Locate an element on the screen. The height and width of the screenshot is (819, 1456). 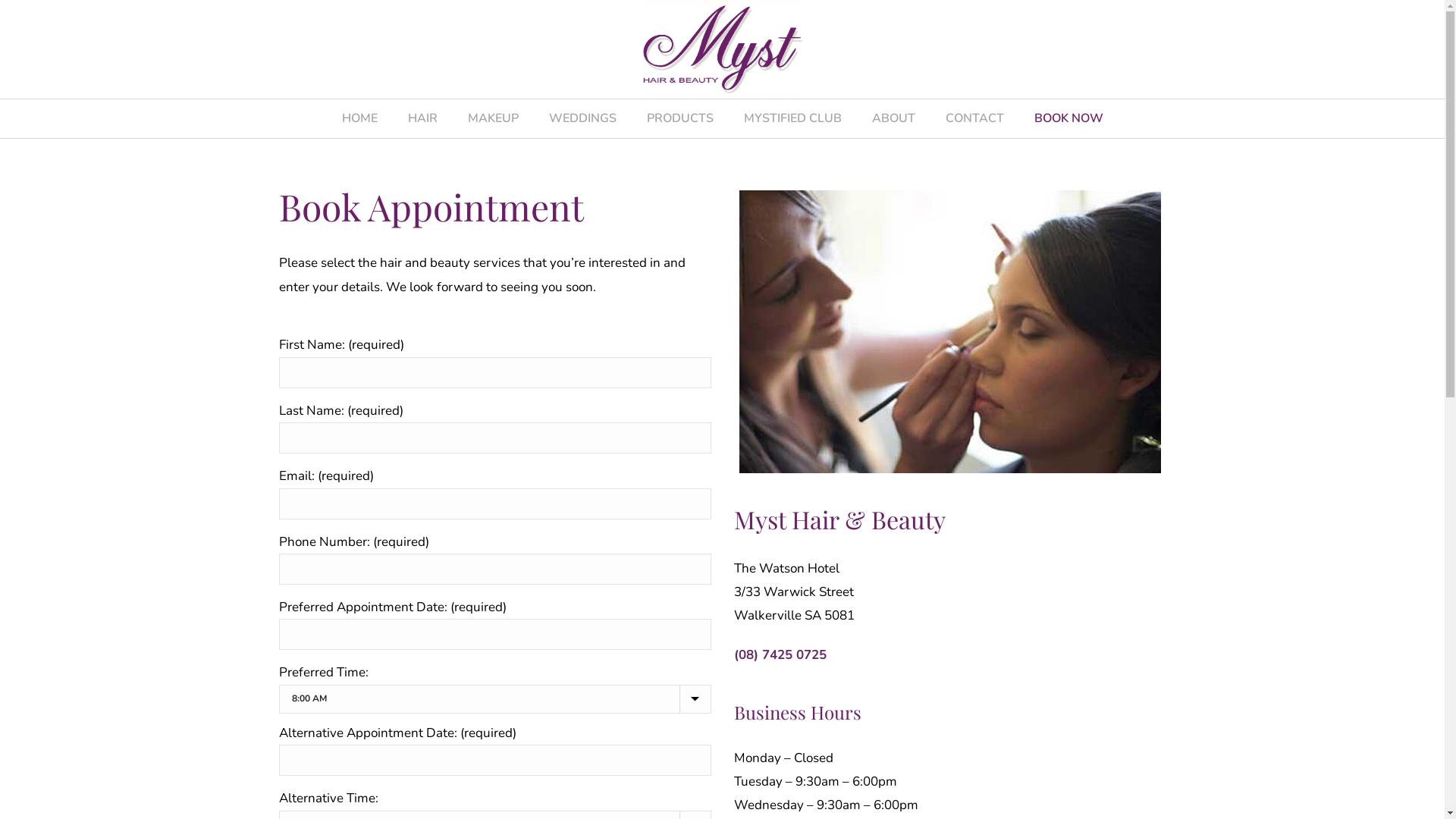
'PRODUCTS' is located at coordinates (630, 118).